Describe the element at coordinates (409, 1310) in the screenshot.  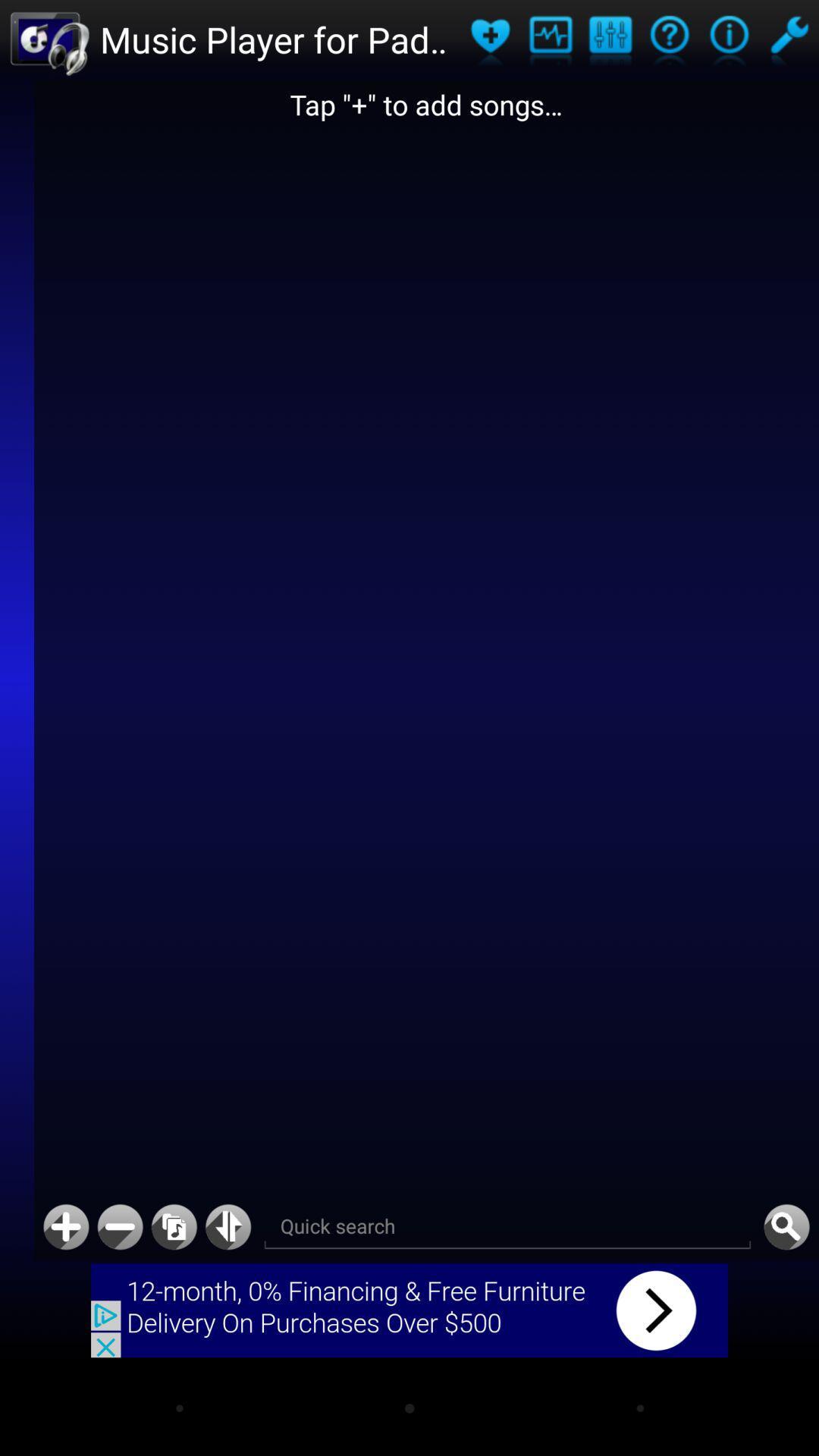
I see `advertisement` at that location.